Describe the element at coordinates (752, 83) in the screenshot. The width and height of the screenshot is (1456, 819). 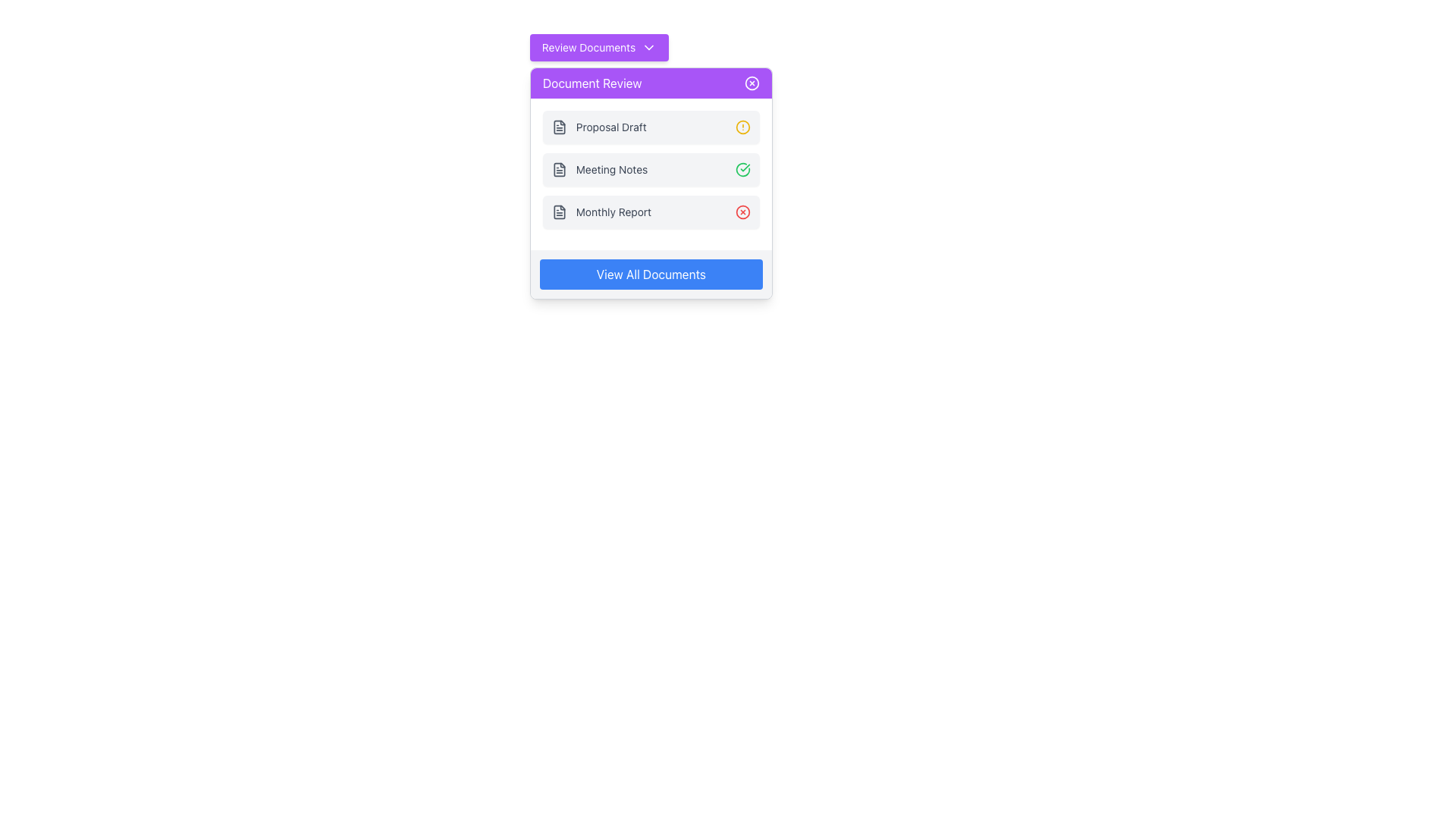
I see `the close icon located at the top-right corner of the 'Document Review' header, which is part of an interactive feature for dismissing the document review` at that location.